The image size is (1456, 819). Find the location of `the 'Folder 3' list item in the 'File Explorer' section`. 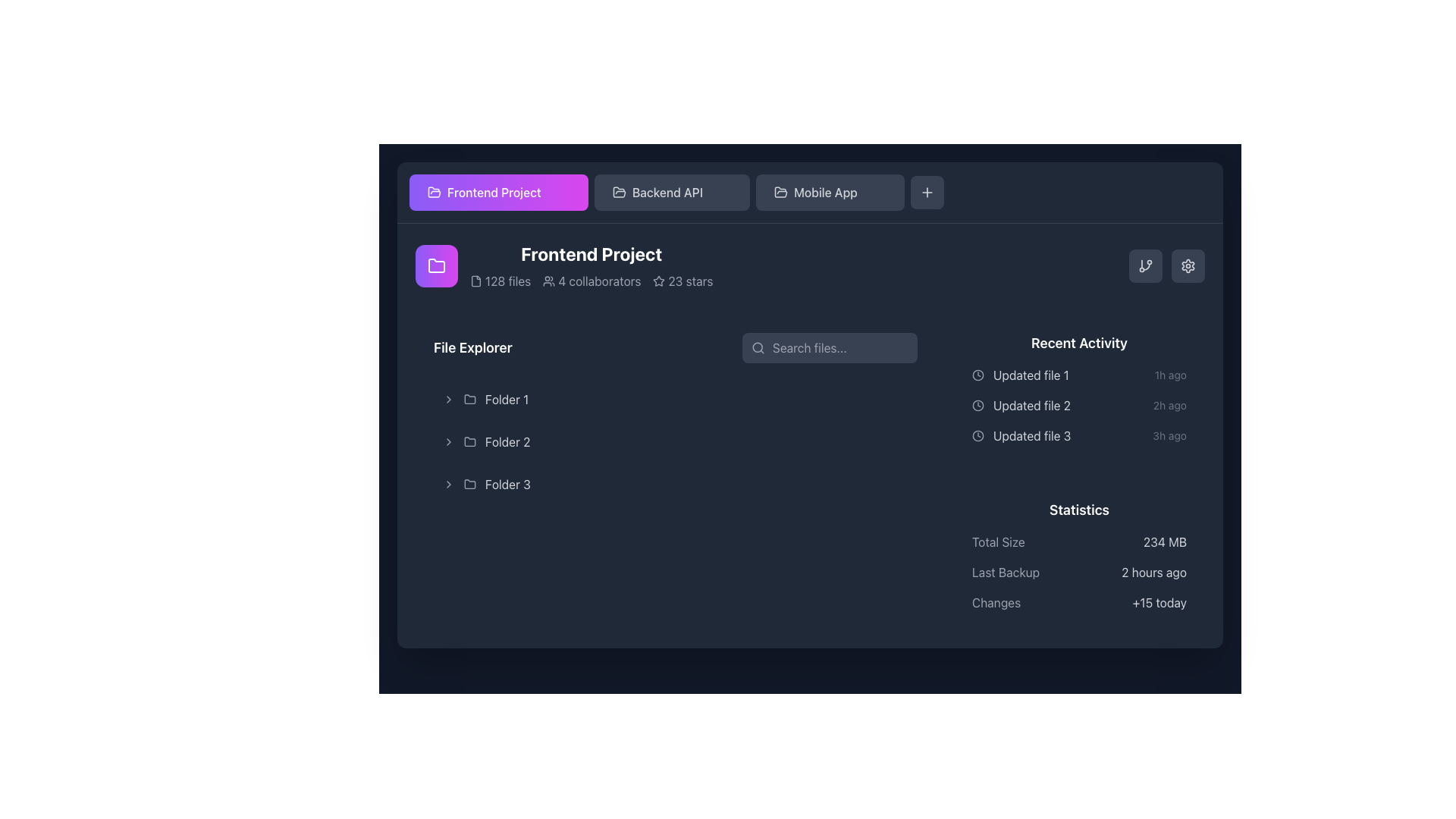

the 'Folder 3' list item in the 'File Explorer' section is located at coordinates (675, 485).